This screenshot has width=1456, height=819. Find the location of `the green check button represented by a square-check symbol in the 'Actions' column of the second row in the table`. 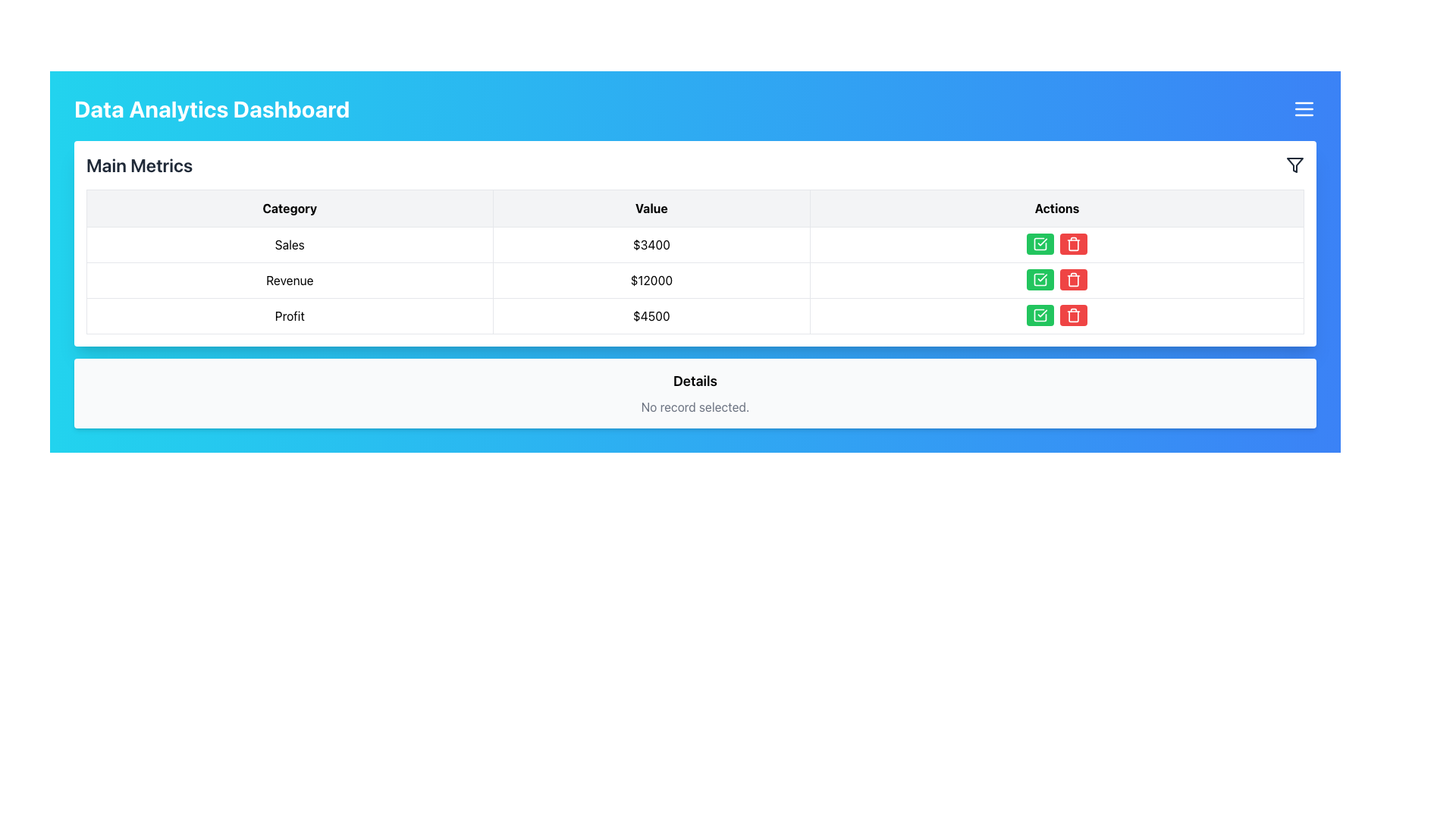

the green check button represented by a square-check symbol in the 'Actions' column of the second row in the table is located at coordinates (1040, 243).